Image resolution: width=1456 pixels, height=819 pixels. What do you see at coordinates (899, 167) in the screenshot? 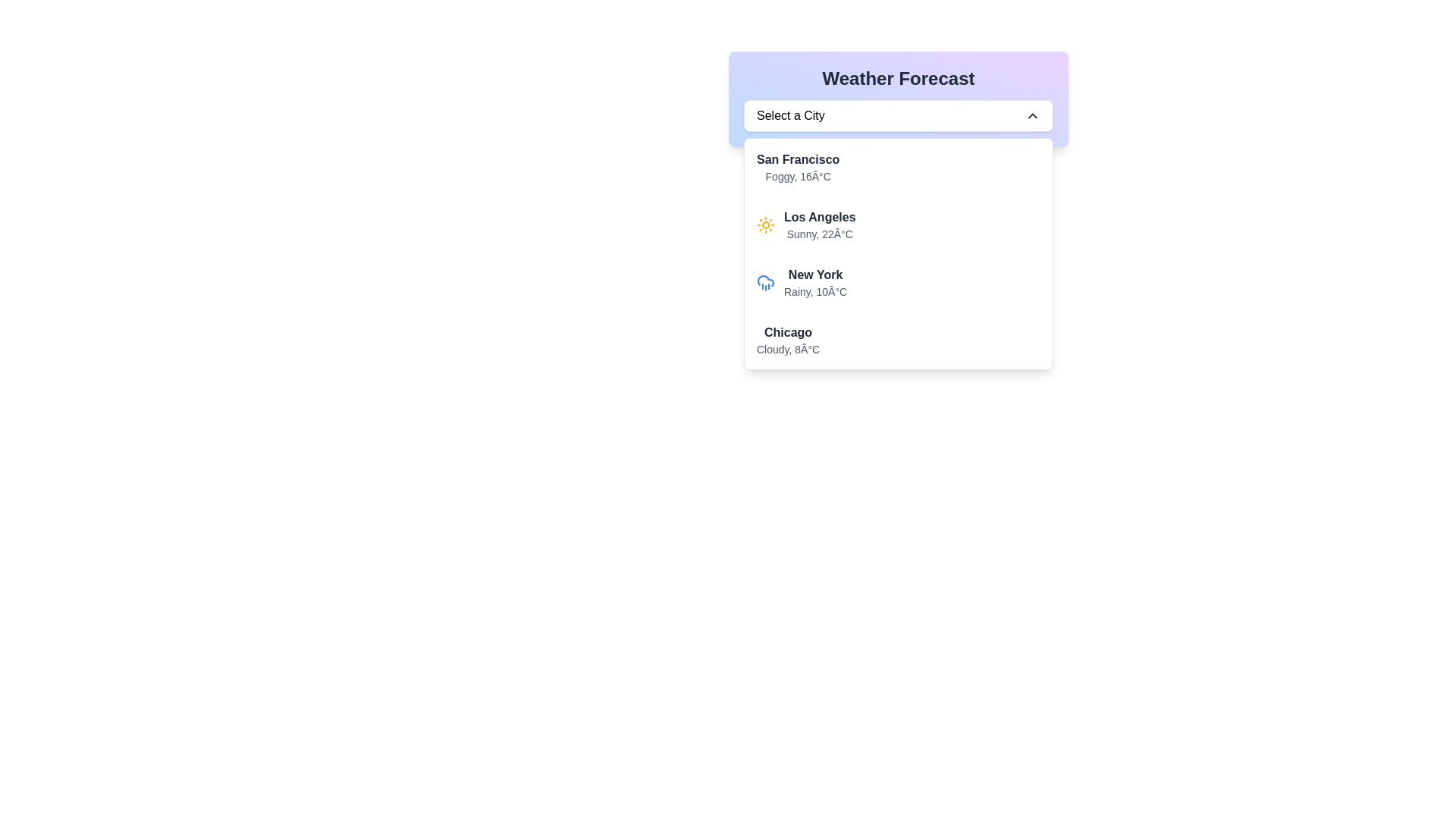
I see `the first list item displaying weather information for 'San Francisco', which shows the weather condition and temperature, located below the 'Select a City' dropdown menu` at bounding box center [899, 167].